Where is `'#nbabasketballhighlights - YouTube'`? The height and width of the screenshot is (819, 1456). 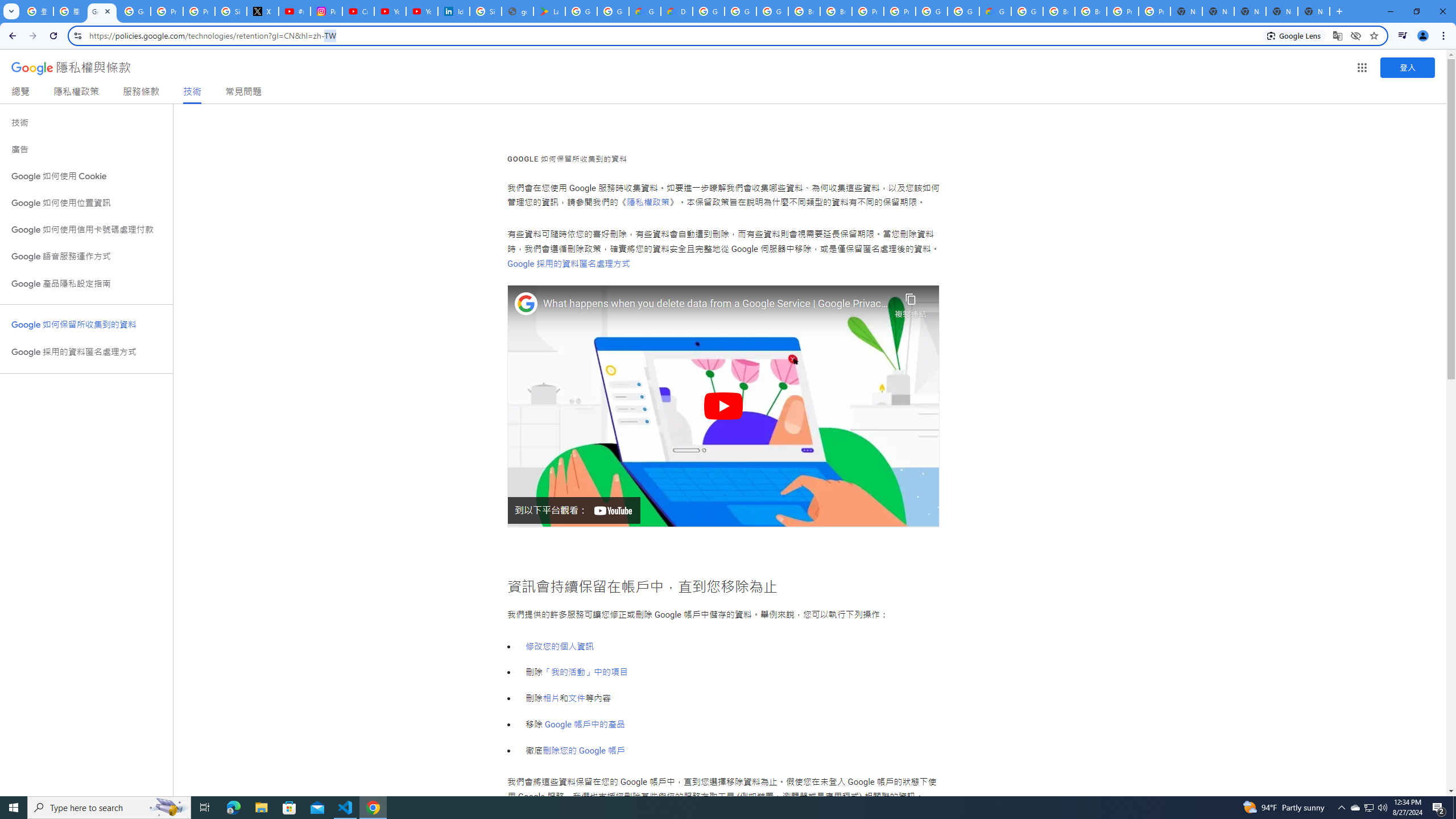 '#nbabasketballhighlights - YouTube' is located at coordinates (294, 11).